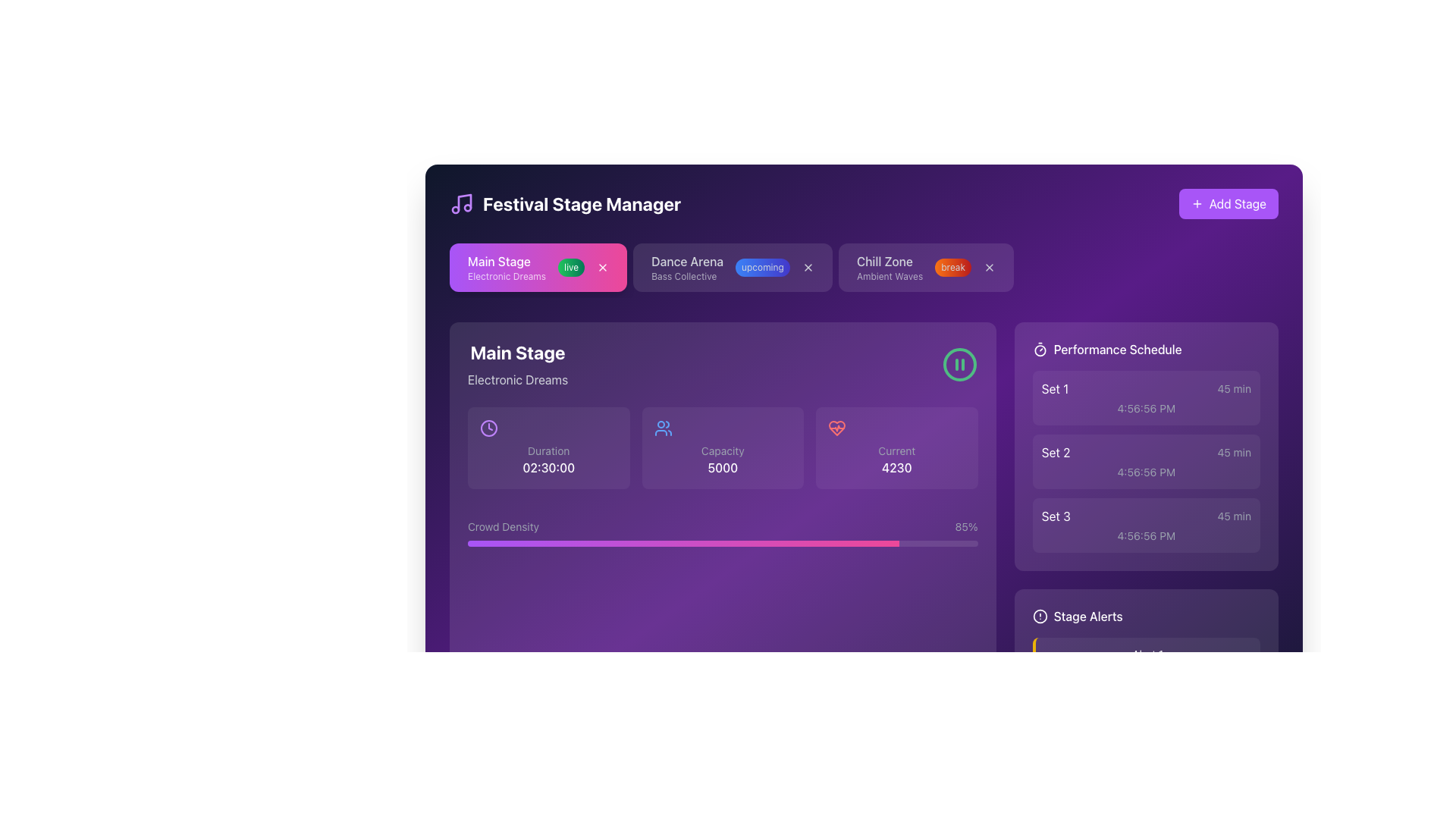 The height and width of the screenshot is (819, 1456). What do you see at coordinates (461, 203) in the screenshot?
I see `the purple music icon consisting of two connected musical notes, located to the left of the text 'Festival Stage Manager' in the header section` at bounding box center [461, 203].